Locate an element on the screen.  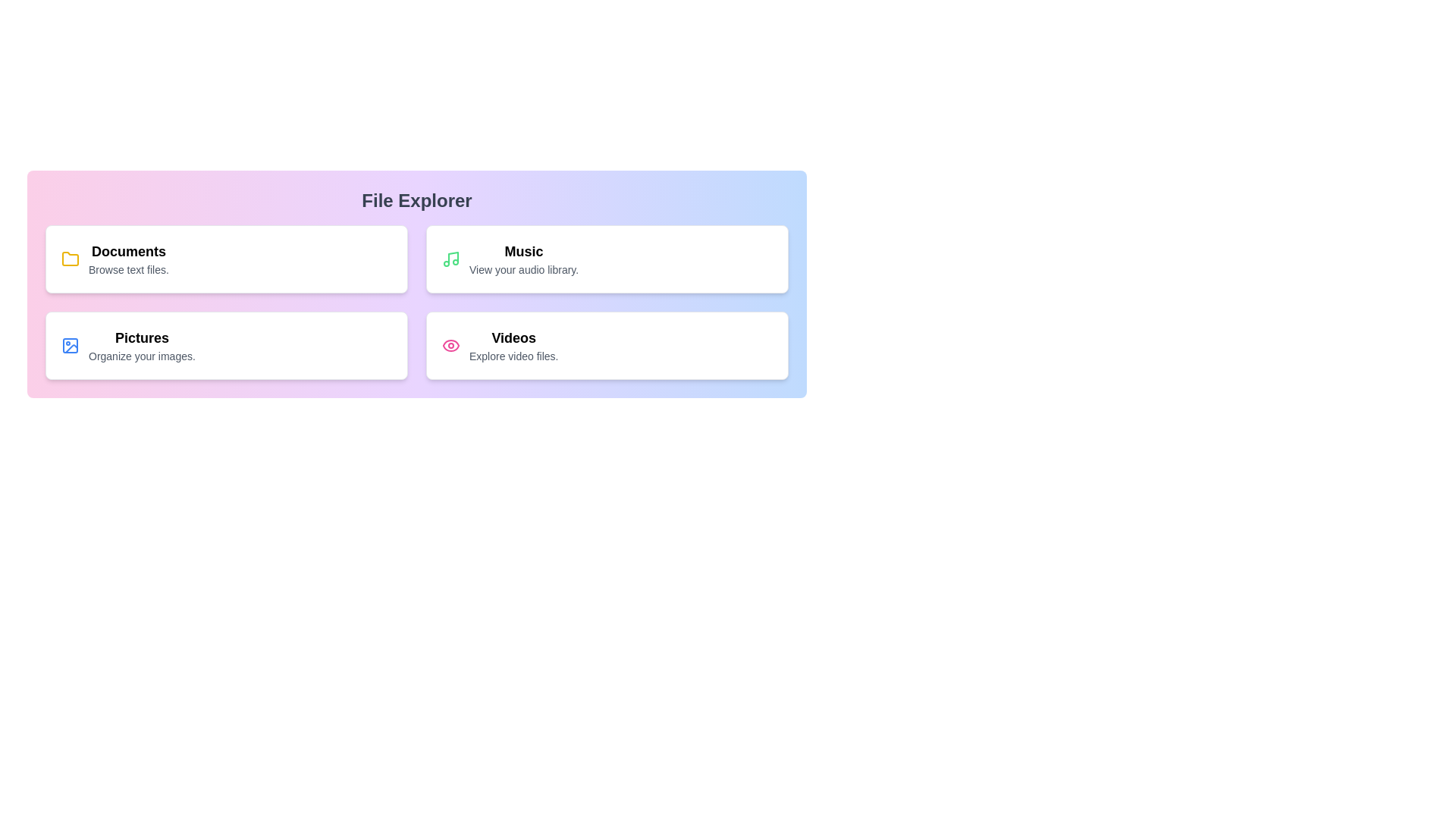
the icon representing Music for better visibility is located at coordinates (450, 259).